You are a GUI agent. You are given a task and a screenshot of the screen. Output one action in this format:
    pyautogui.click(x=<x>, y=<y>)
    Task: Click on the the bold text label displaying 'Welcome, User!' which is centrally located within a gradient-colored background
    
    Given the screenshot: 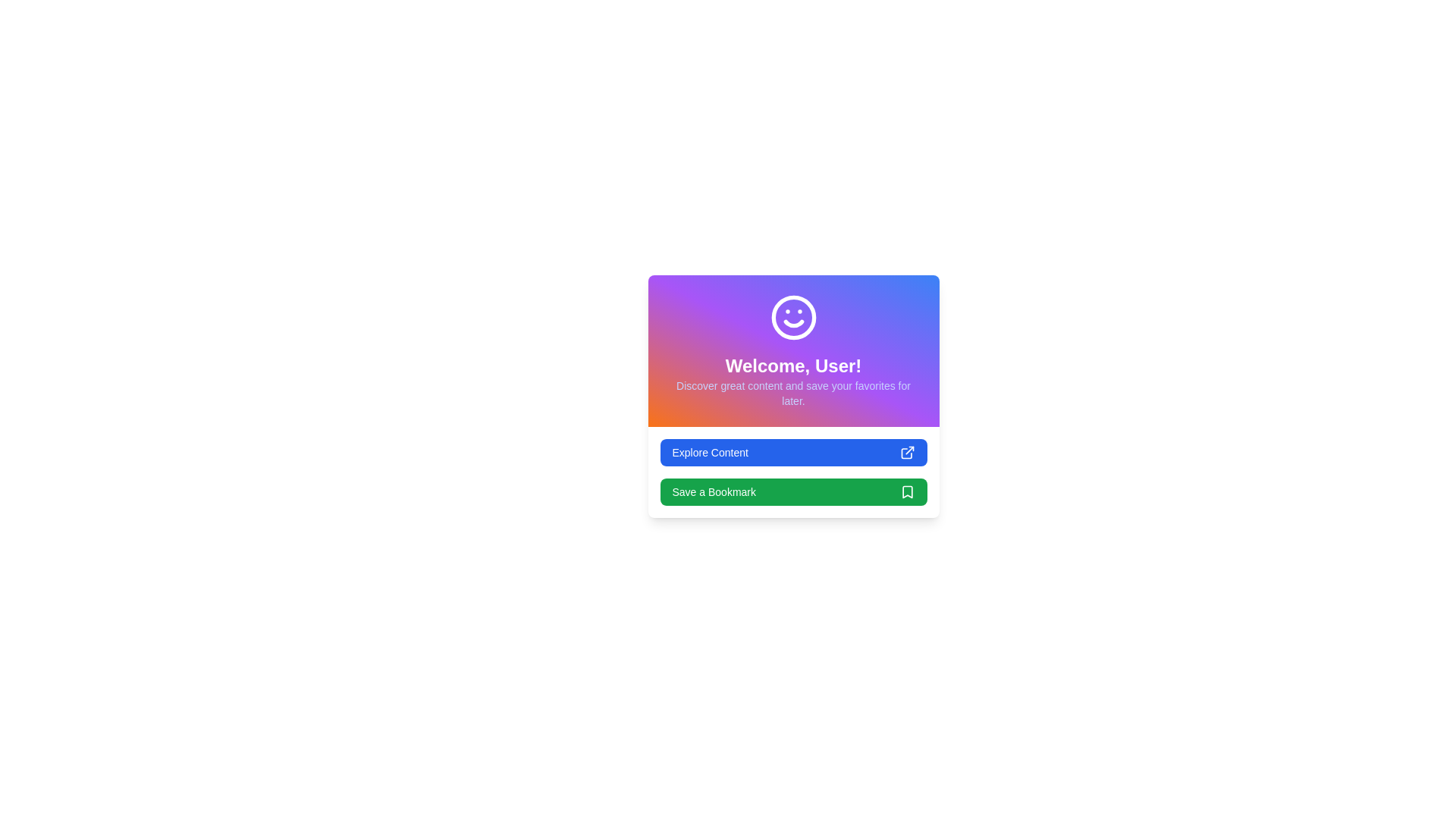 What is the action you would take?
    pyautogui.click(x=792, y=366)
    